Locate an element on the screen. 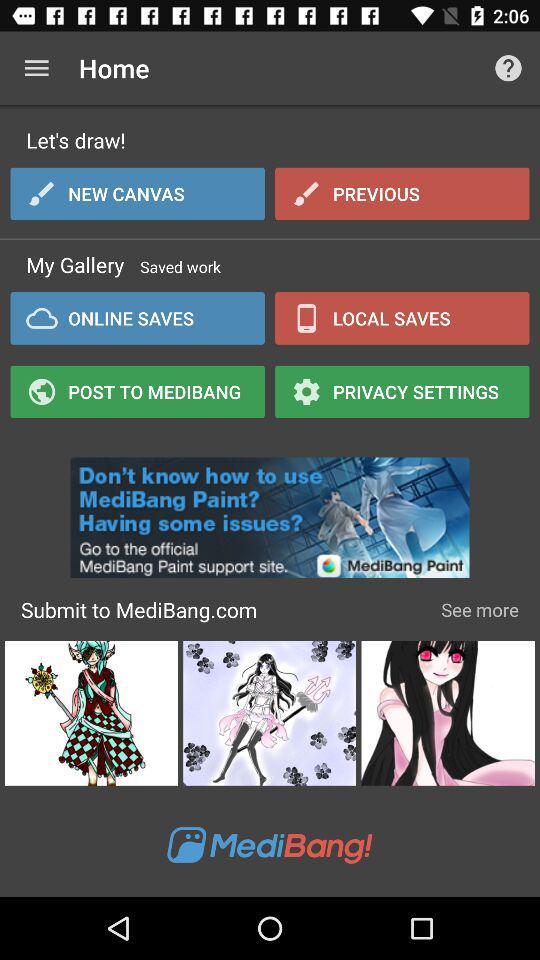  advertisements button is located at coordinates (270, 511).